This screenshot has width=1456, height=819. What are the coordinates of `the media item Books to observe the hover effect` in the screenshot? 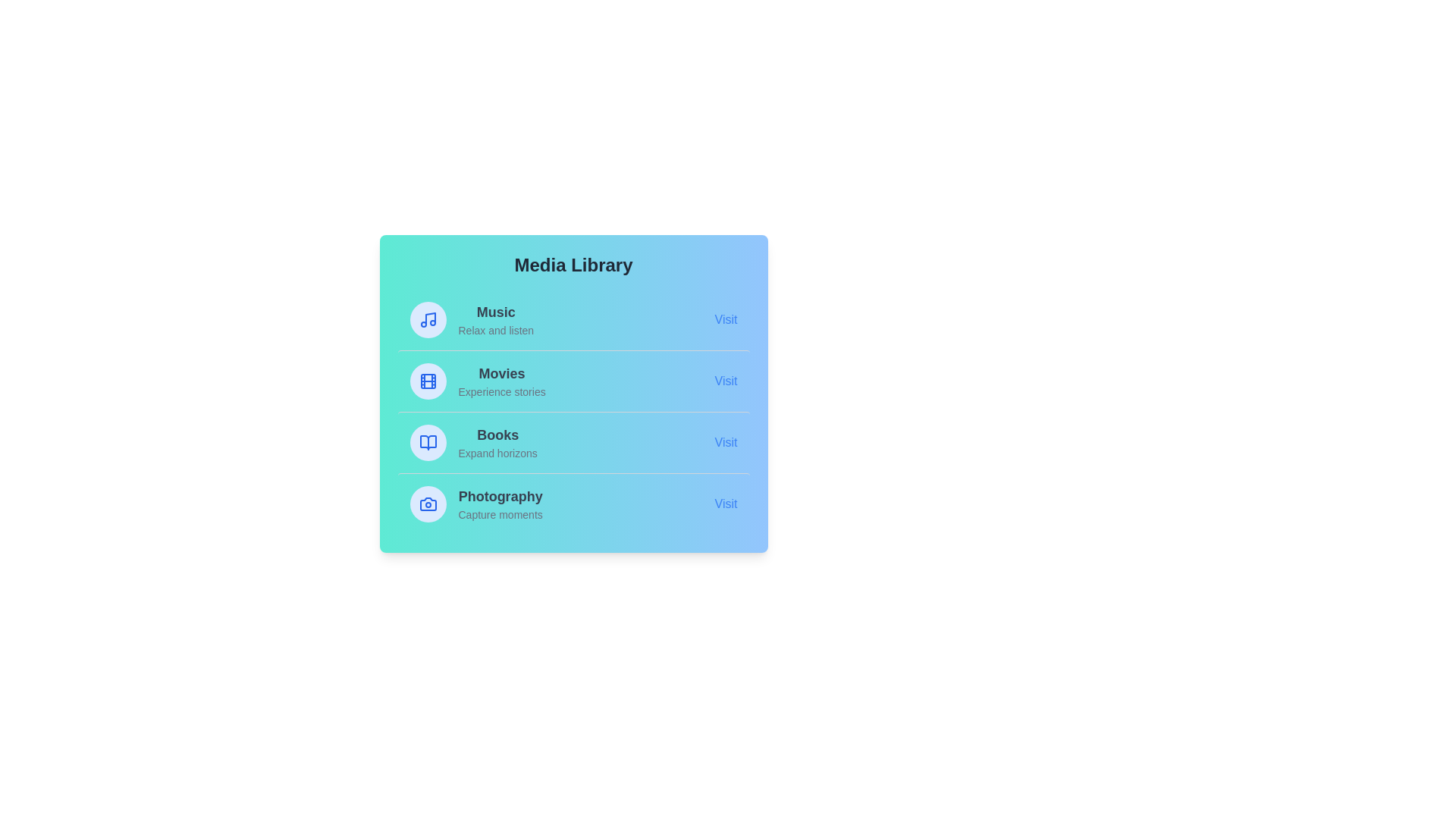 It's located at (573, 442).